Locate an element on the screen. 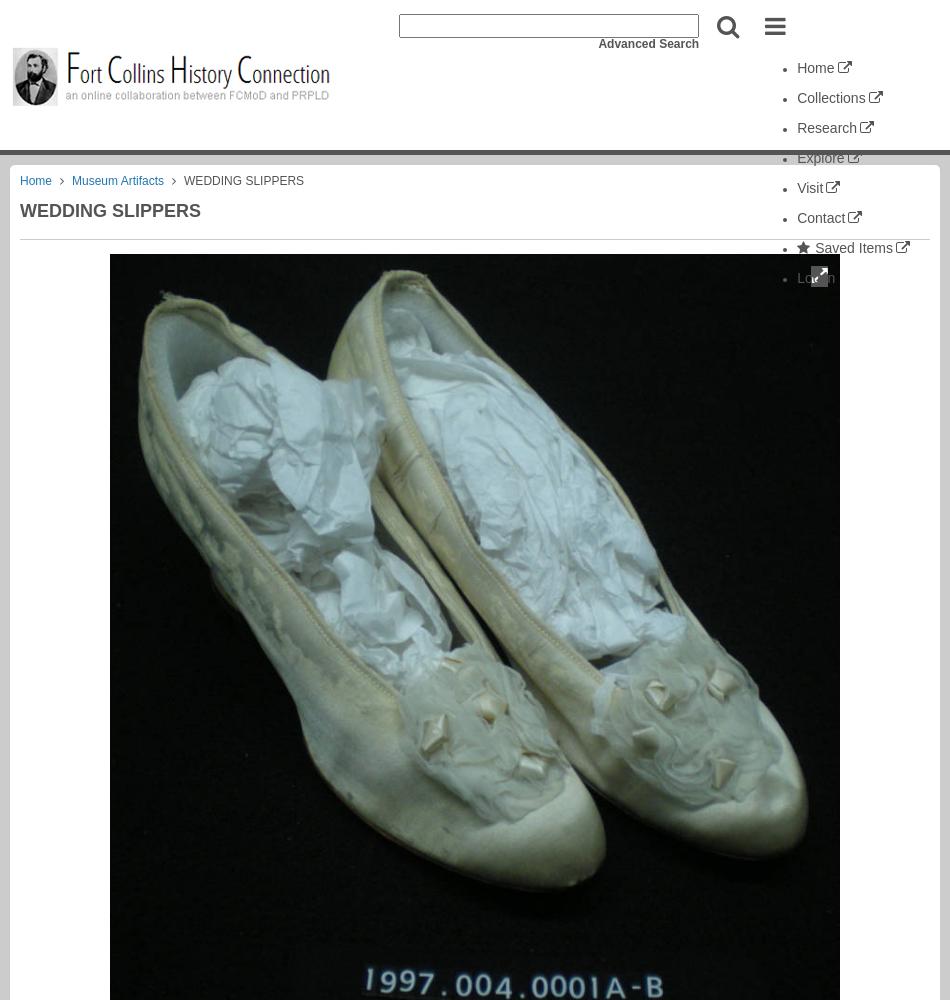 This screenshot has height=1000, width=950. 'Visit' is located at coordinates (795, 188).